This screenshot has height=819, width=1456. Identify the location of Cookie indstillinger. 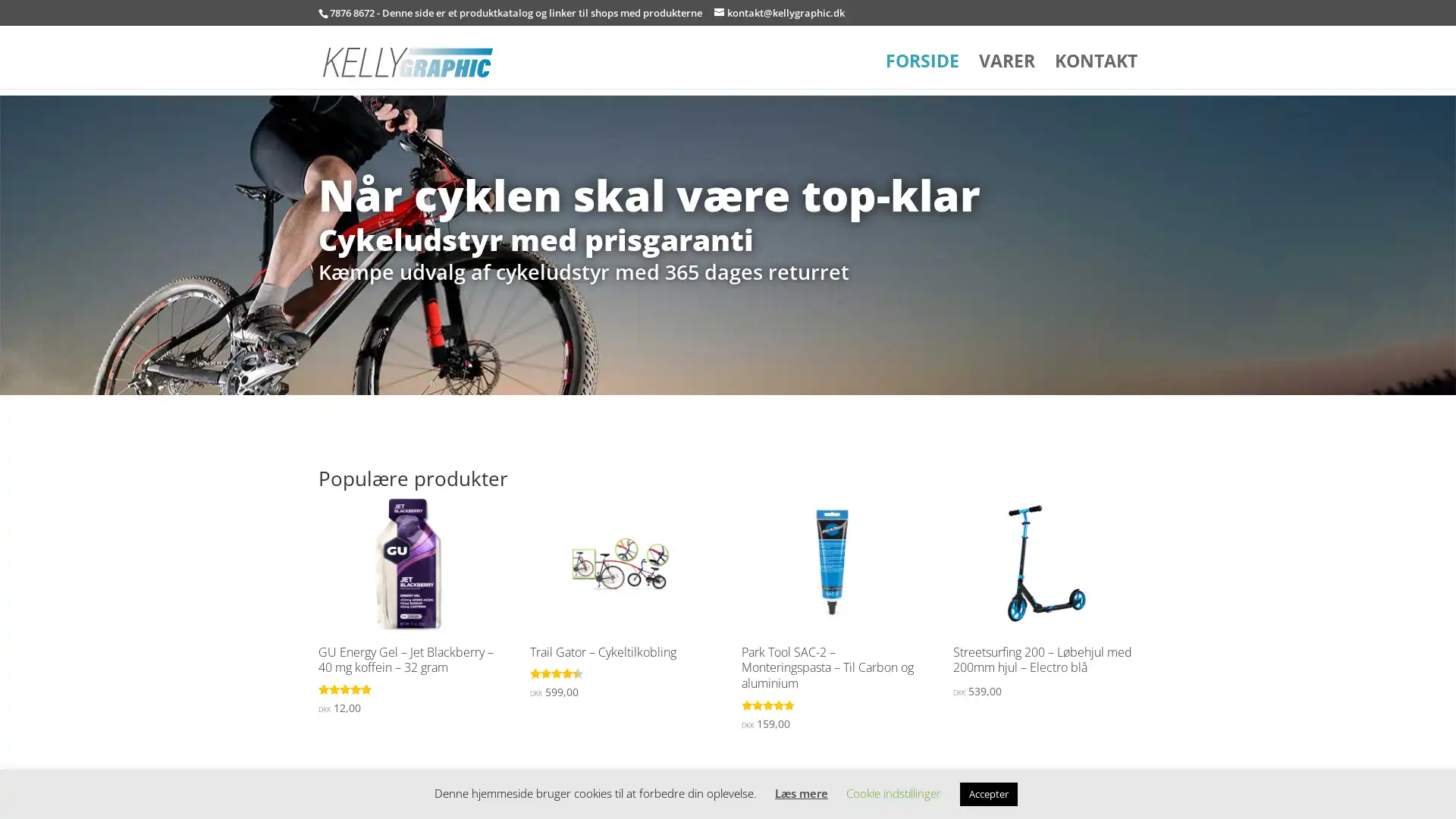
(893, 792).